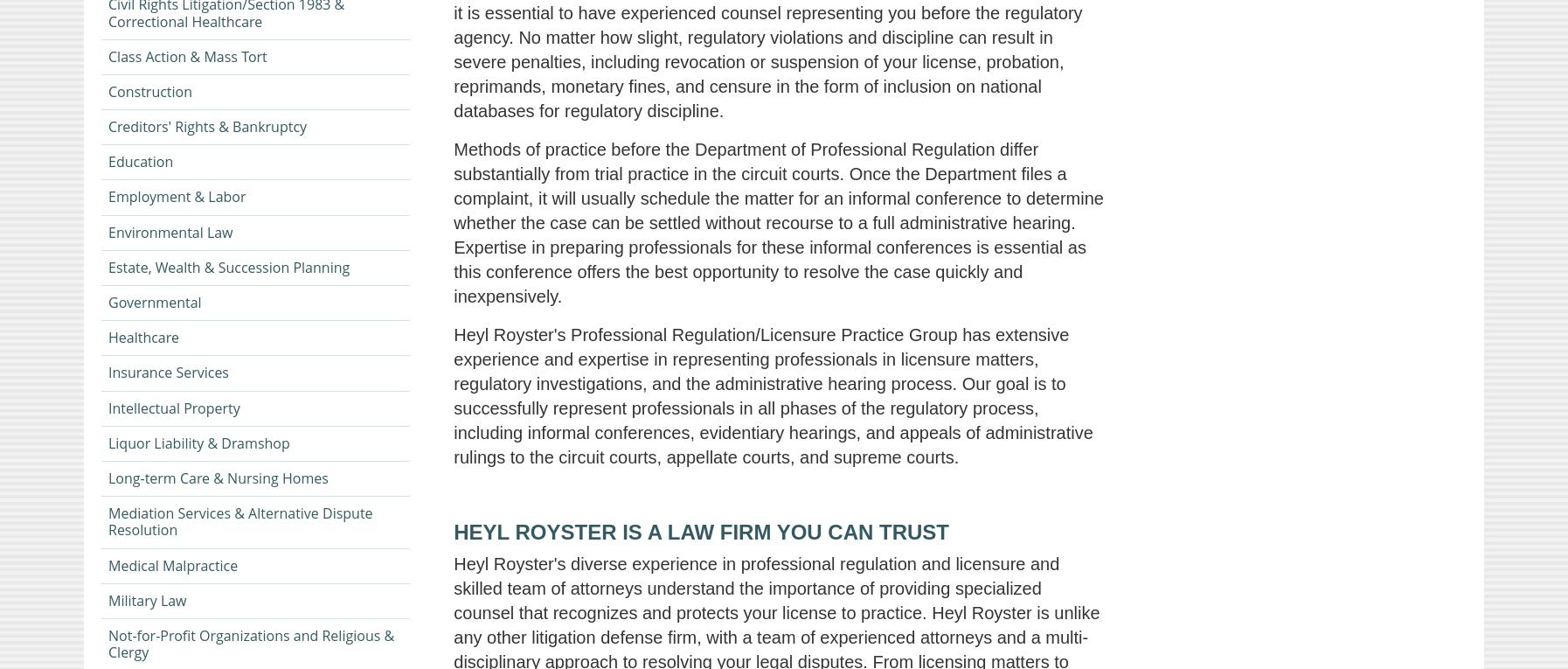 The height and width of the screenshot is (669, 1568). Describe the element at coordinates (149, 89) in the screenshot. I see `'Construction'` at that location.